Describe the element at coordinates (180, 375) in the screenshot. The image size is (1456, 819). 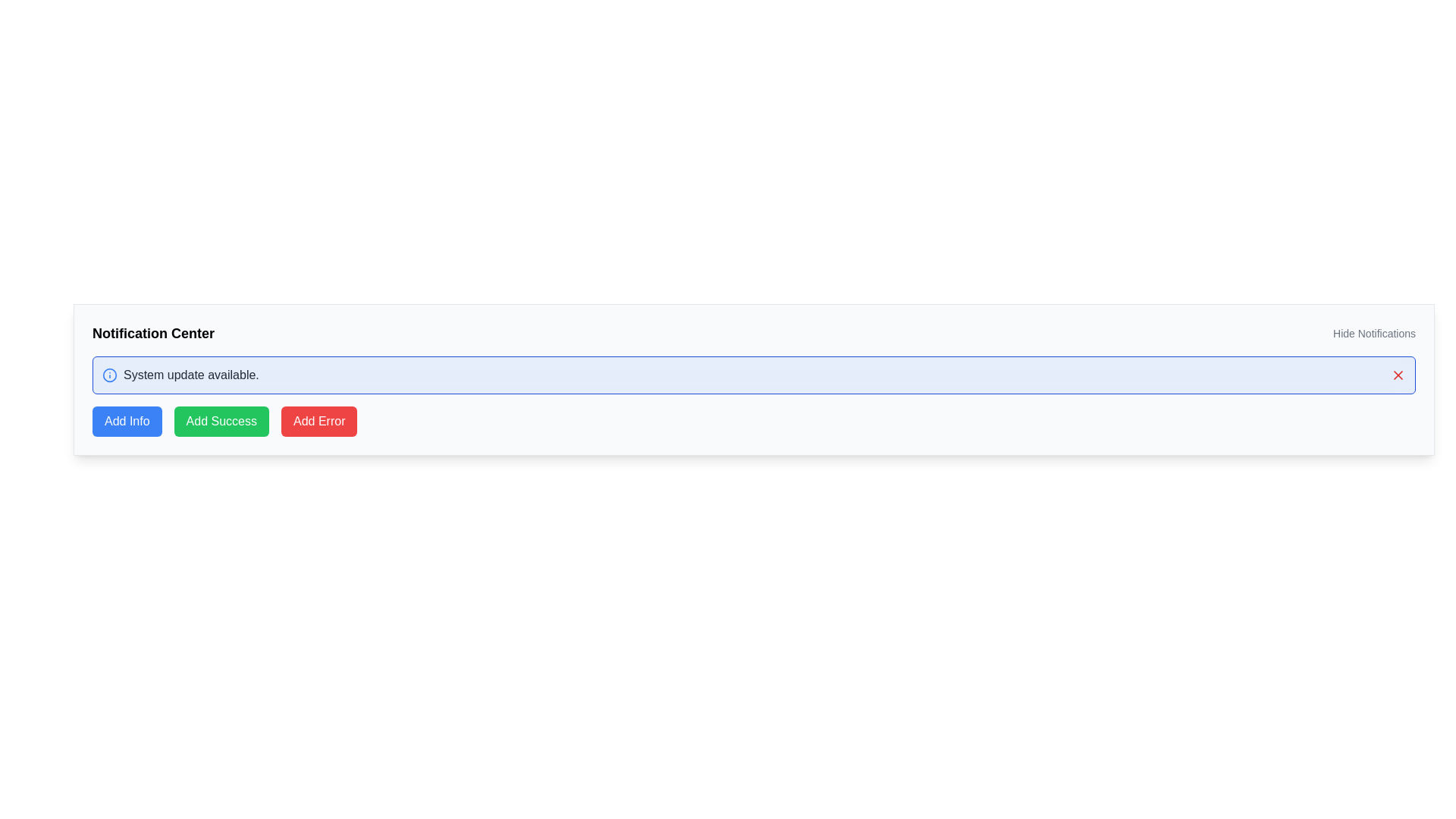
I see `the informational message text that displays 'System update available.' located below the 'Notification Center' heading and aligned with the info icon` at that location.